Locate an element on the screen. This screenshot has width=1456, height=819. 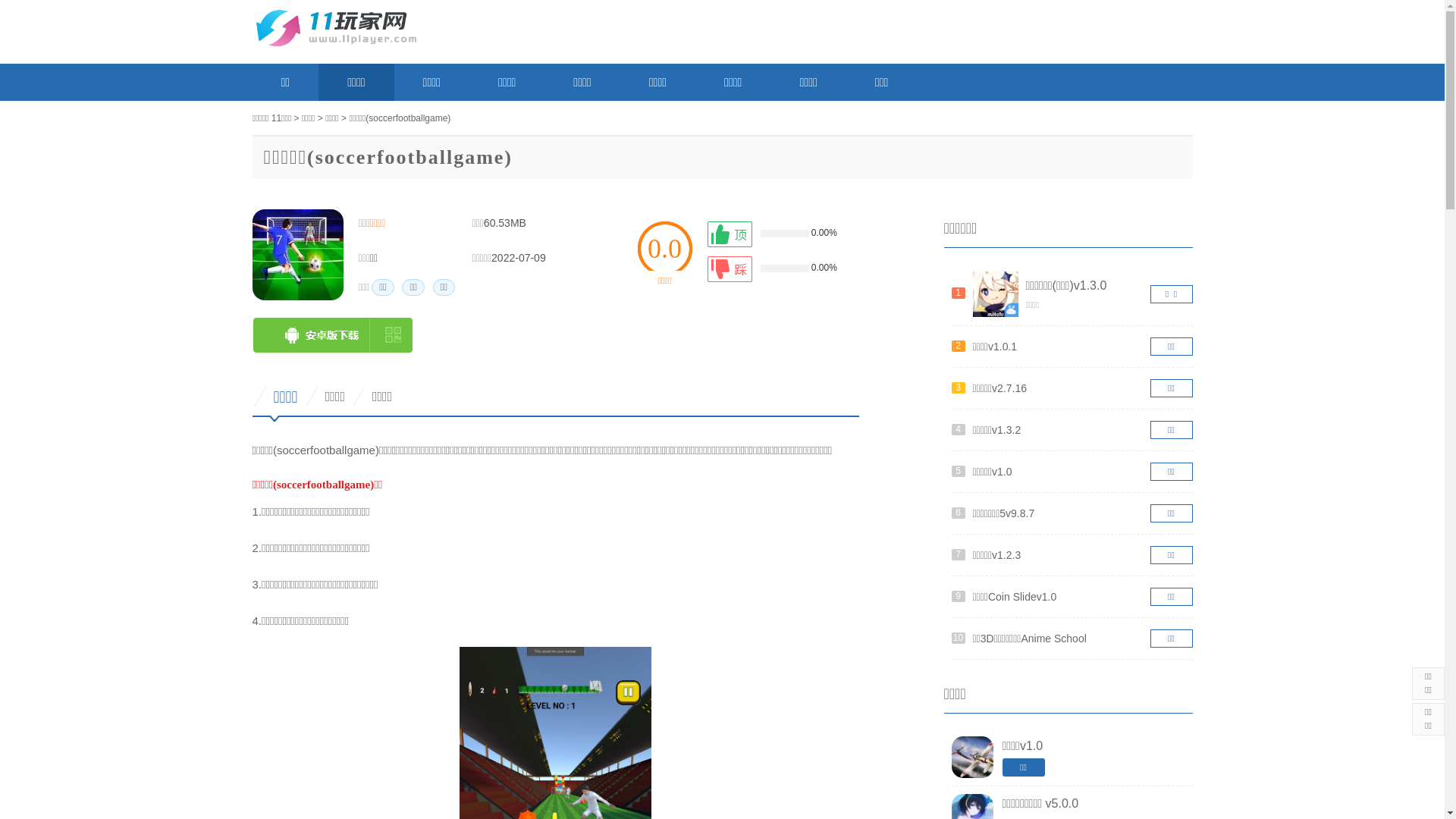
'0.00%' is located at coordinates (779, 234).